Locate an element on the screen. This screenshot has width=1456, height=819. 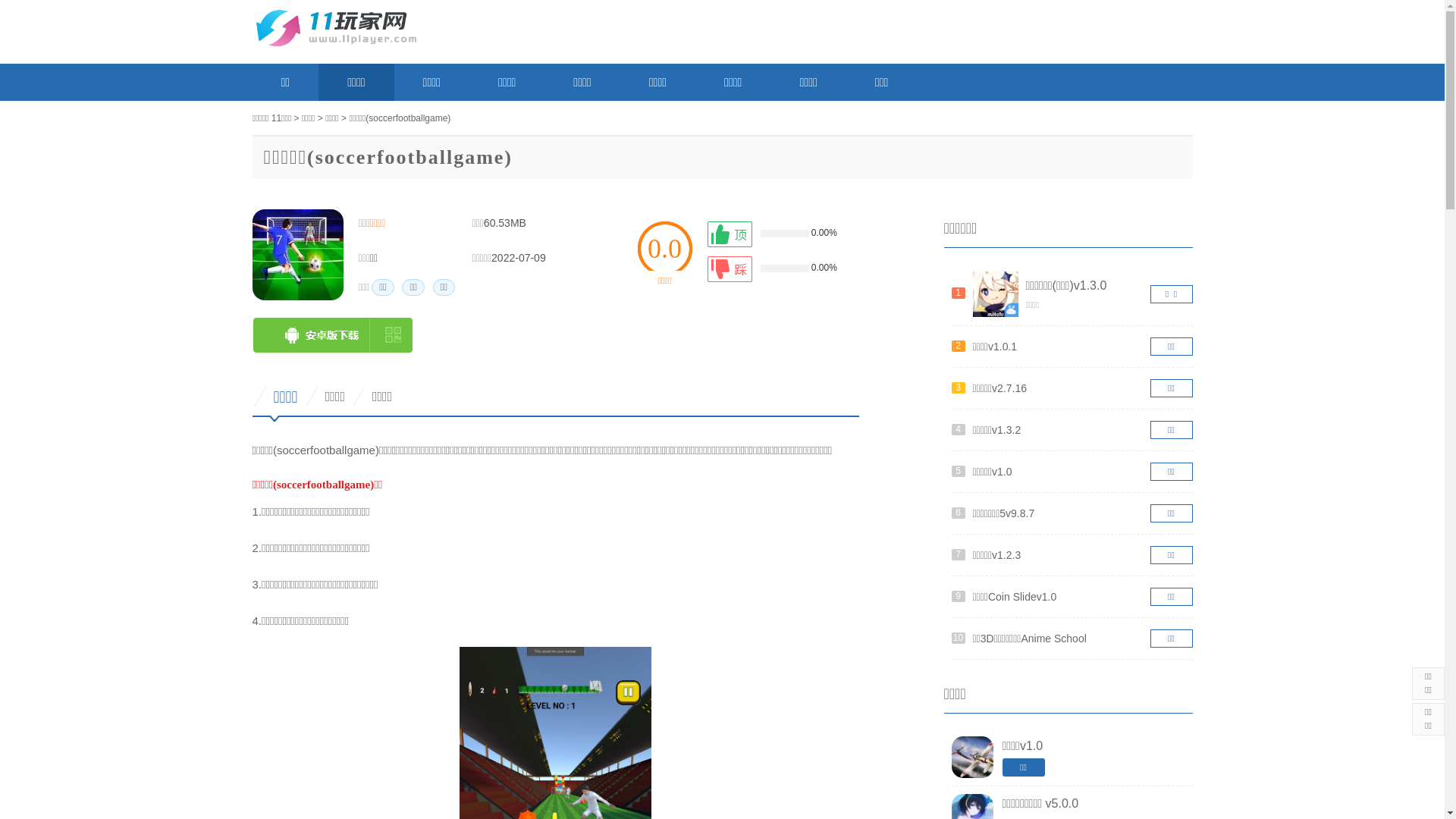
'0.00%' is located at coordinates (779, 234).